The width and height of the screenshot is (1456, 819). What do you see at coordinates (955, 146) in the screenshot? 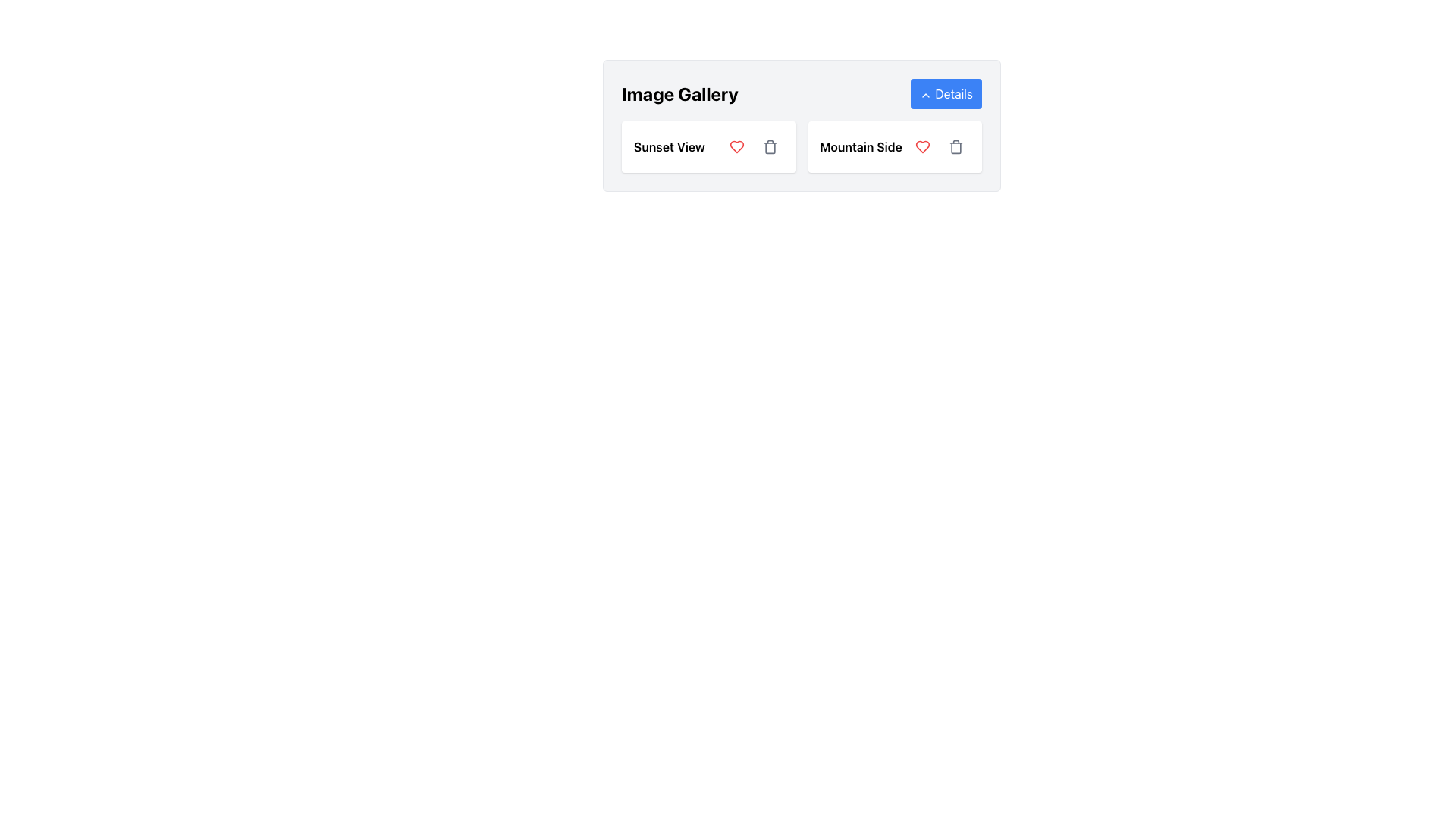
I see `the trash icon button located in the bottom-right corner of the 'Image Gallery' section, which is adjacent to the heart icon in the 'Mountain Side' segment` at bounding box center [955, 146].